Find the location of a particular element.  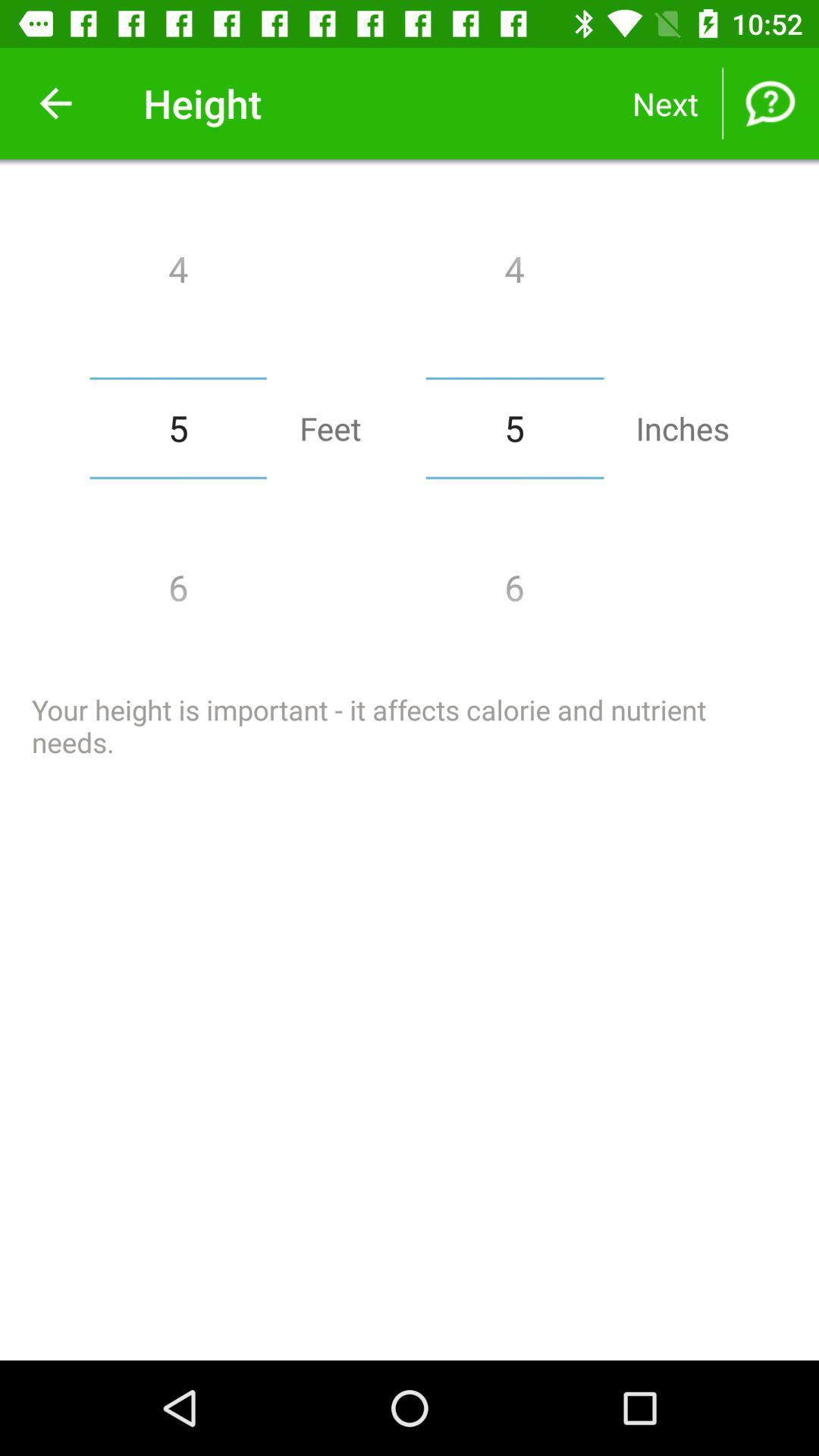

item to the left of height is located at coordinates (55, 102).